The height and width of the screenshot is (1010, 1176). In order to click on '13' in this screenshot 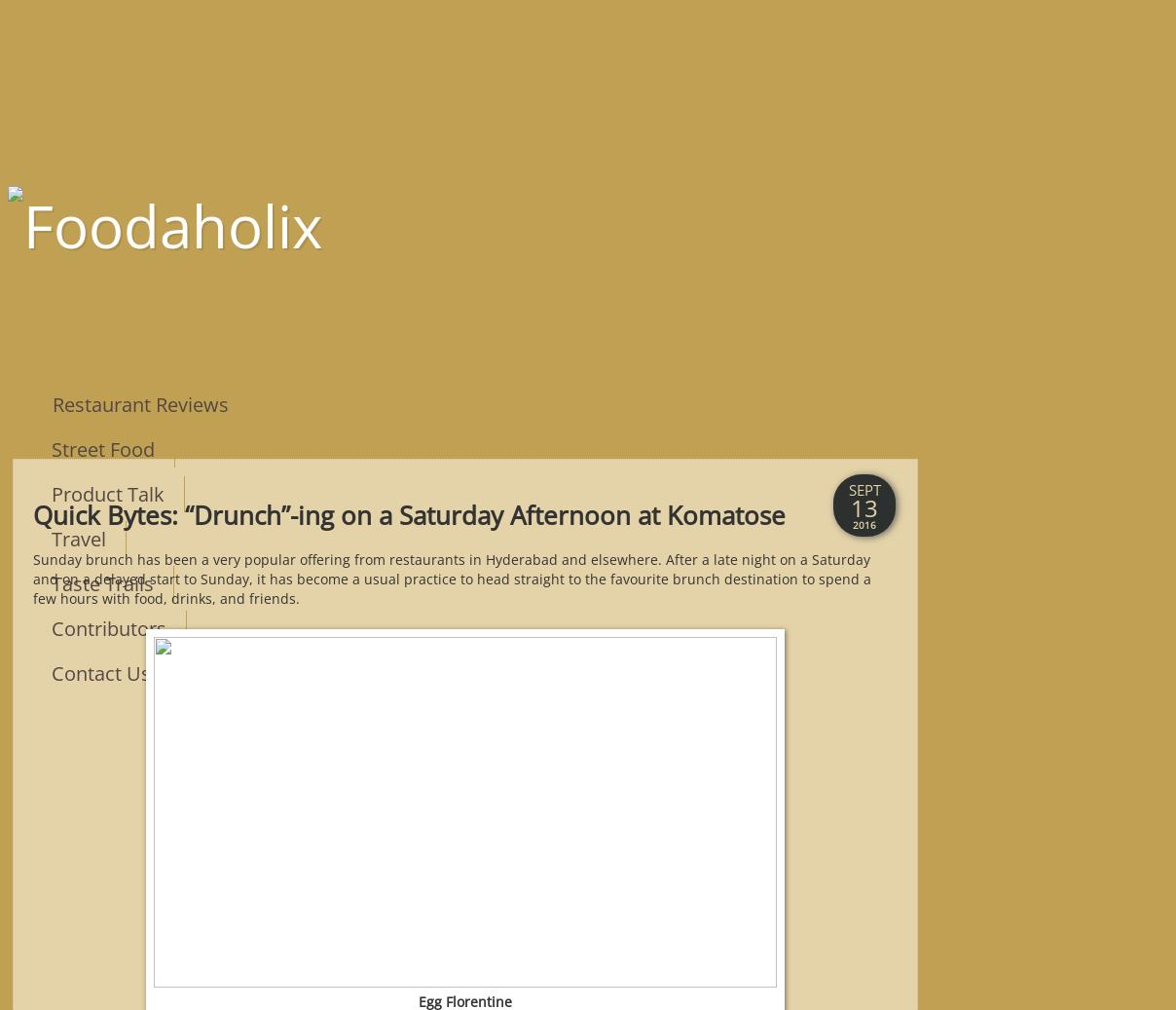, I will do `click(864, 507)`.